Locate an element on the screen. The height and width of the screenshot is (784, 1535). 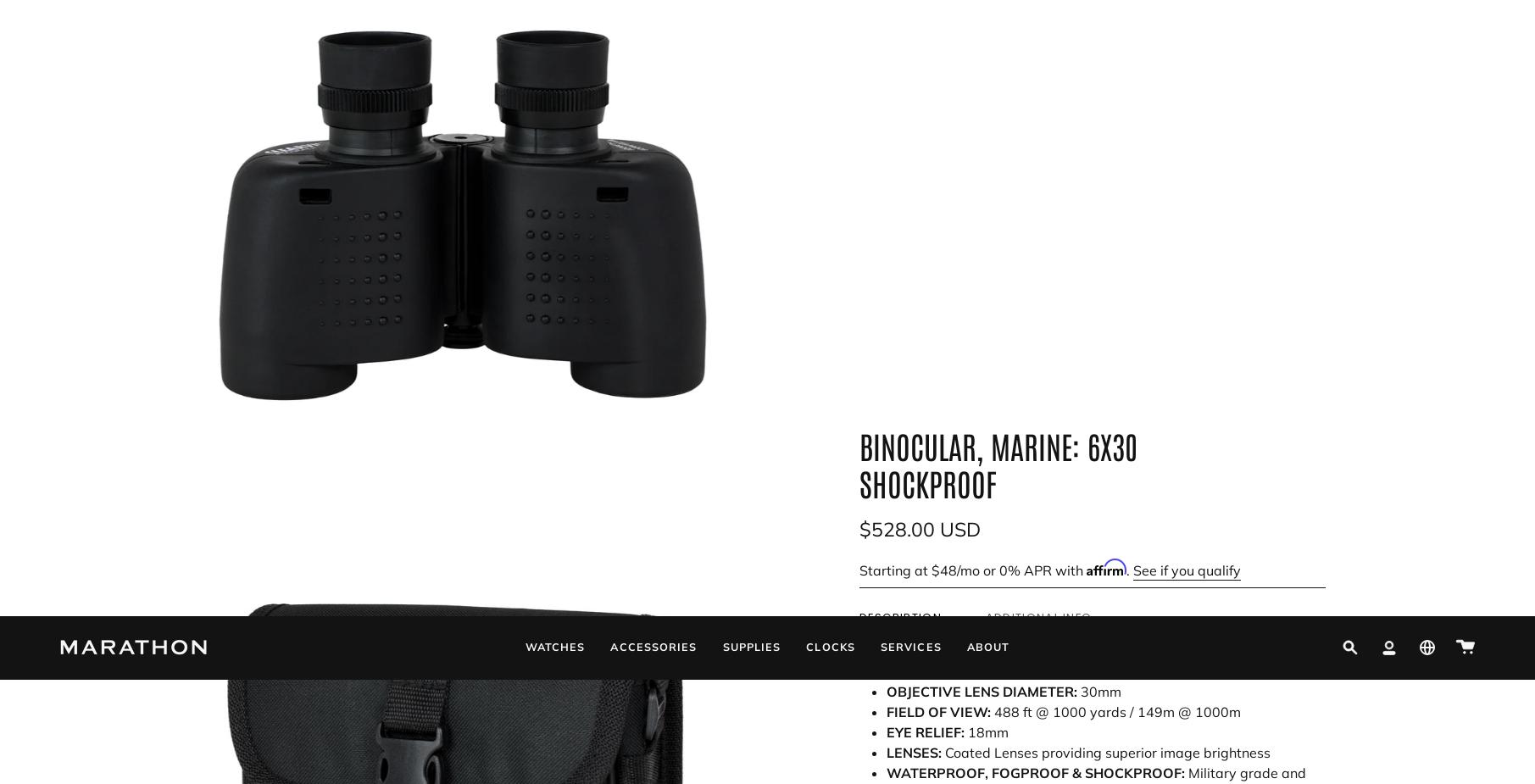
'Returns' is located at coordinates (84, 620).